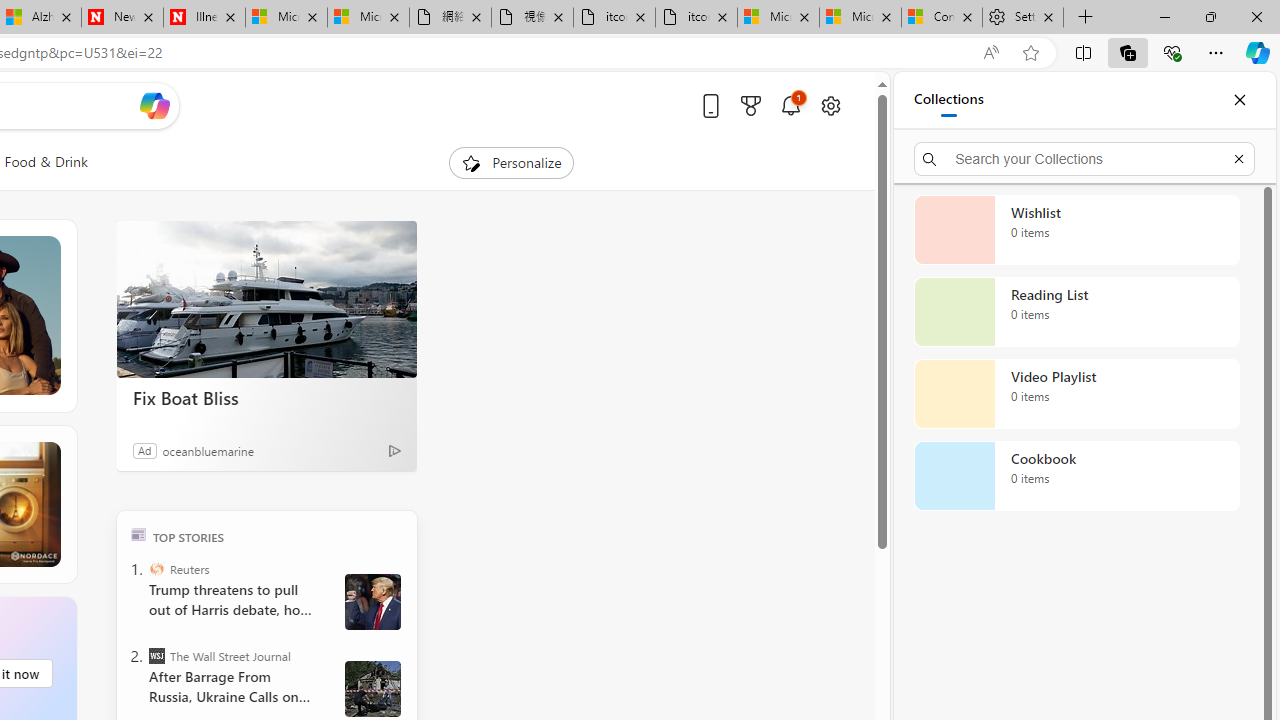 The width and height of the screenshot is (1280, 720). What do you see at coordinates (208, 450) in the screenshot?
I see `'oceanbluemarine'` at bounding box center [208, 450].